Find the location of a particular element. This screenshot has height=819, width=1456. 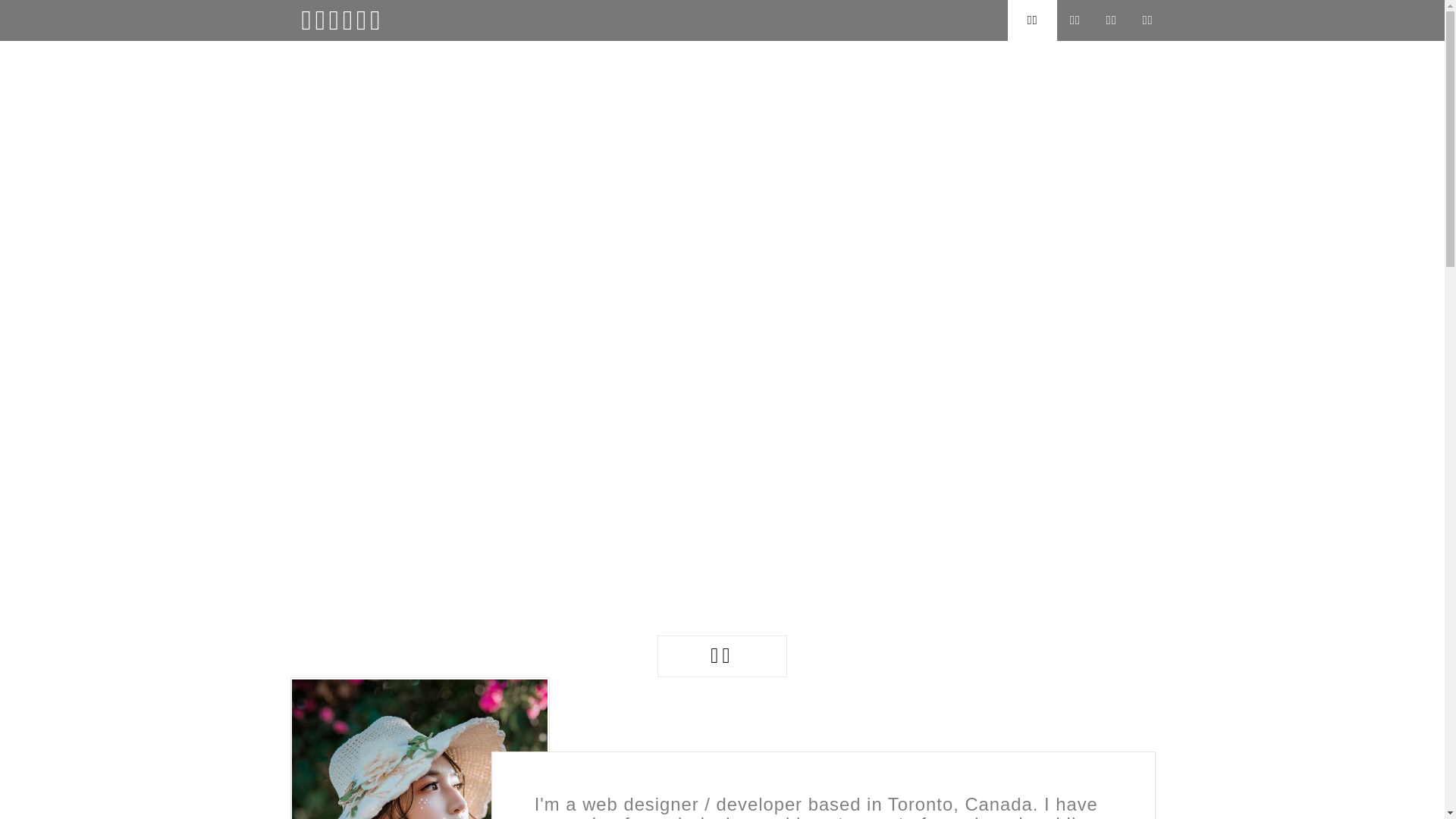

'gt' is located at coordinates (312, 744).